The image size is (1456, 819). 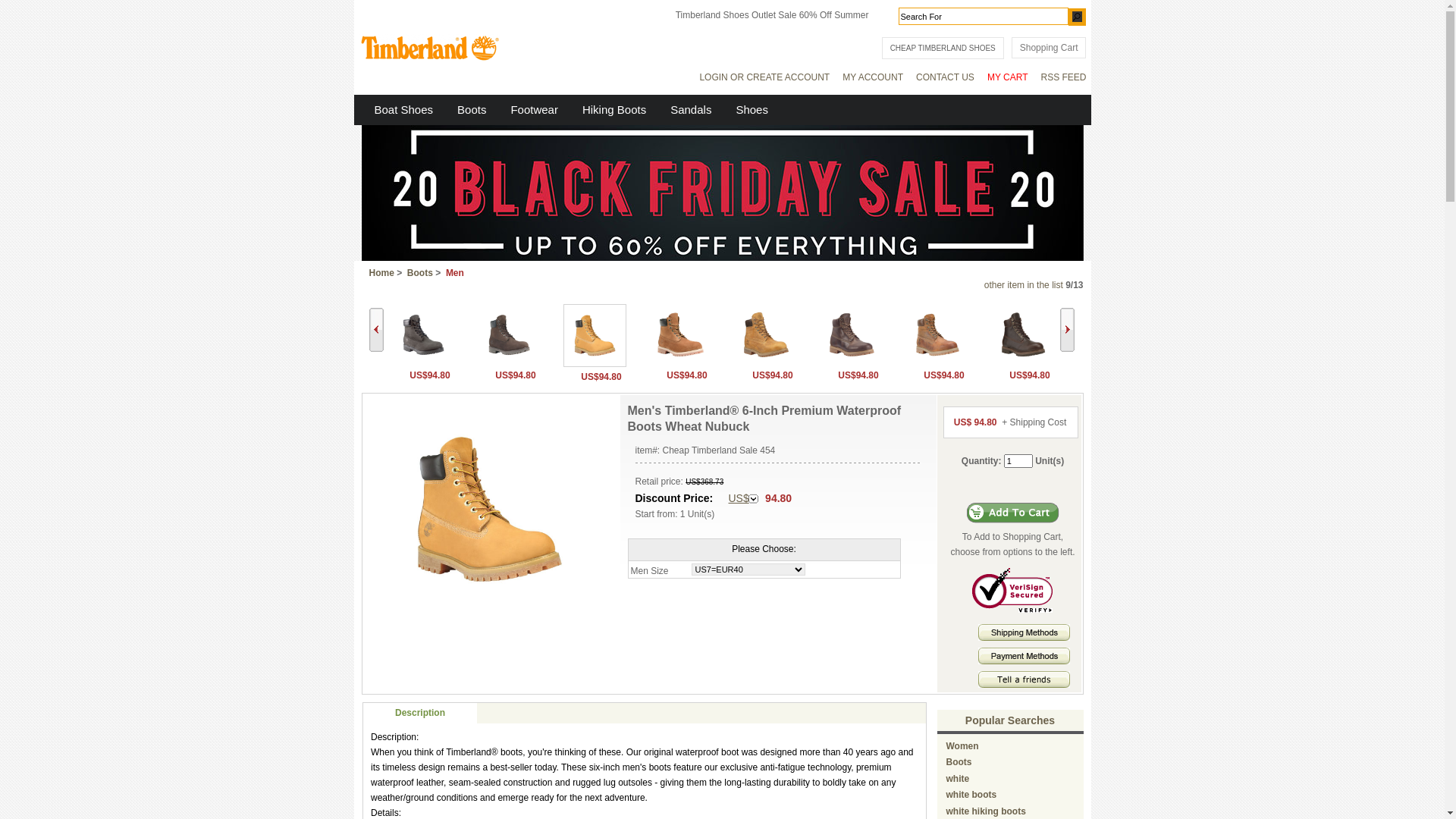 What do you see at coordinates (986, 810) in the screenshot?
I see `'white hiking boots'` at bounding box center [986, 810].